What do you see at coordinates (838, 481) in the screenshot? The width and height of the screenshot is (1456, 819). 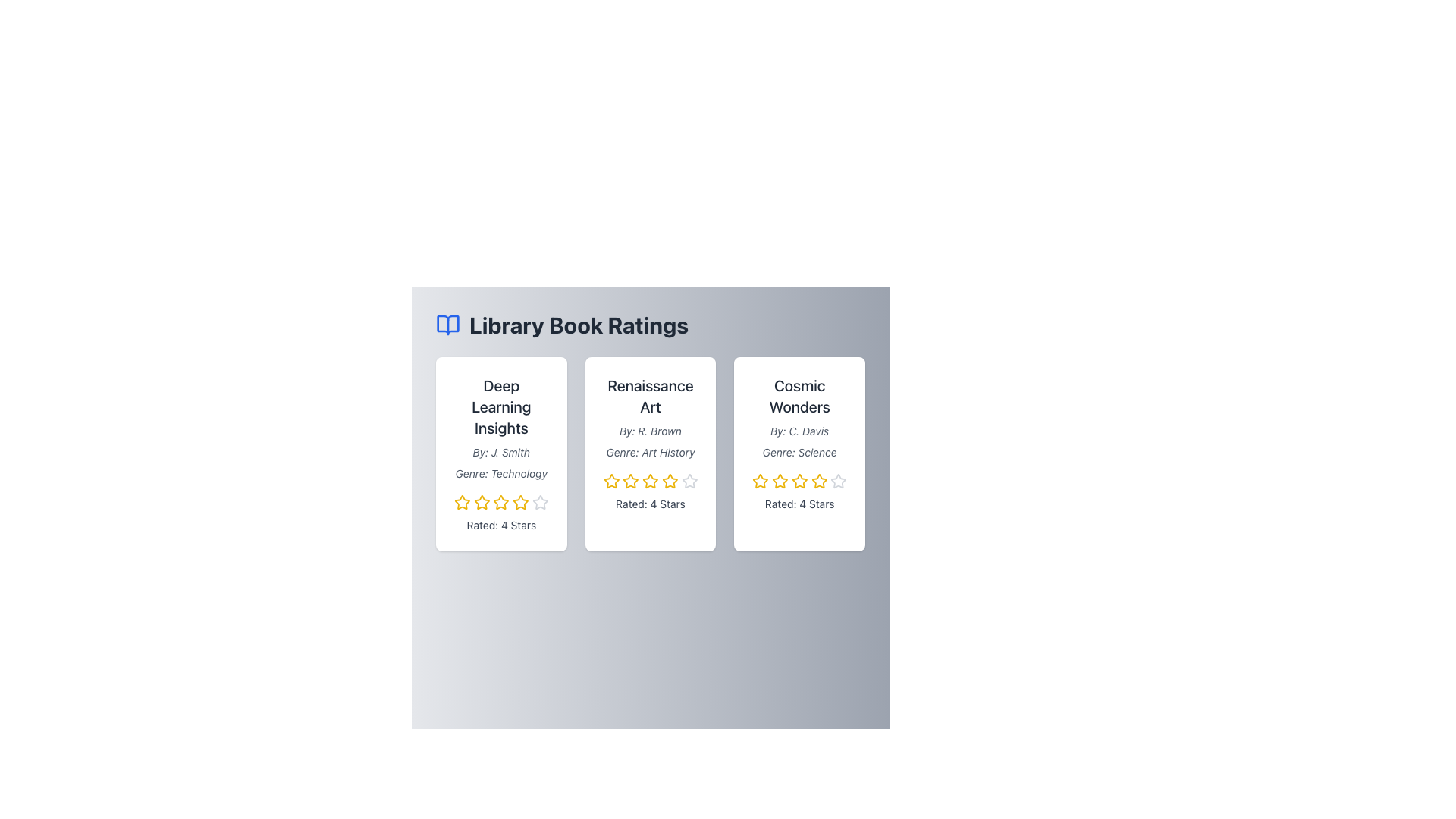 I see `the last star icon in the rating system of the 'Cosmic Wonders' card` at bounding box center [838, 481].